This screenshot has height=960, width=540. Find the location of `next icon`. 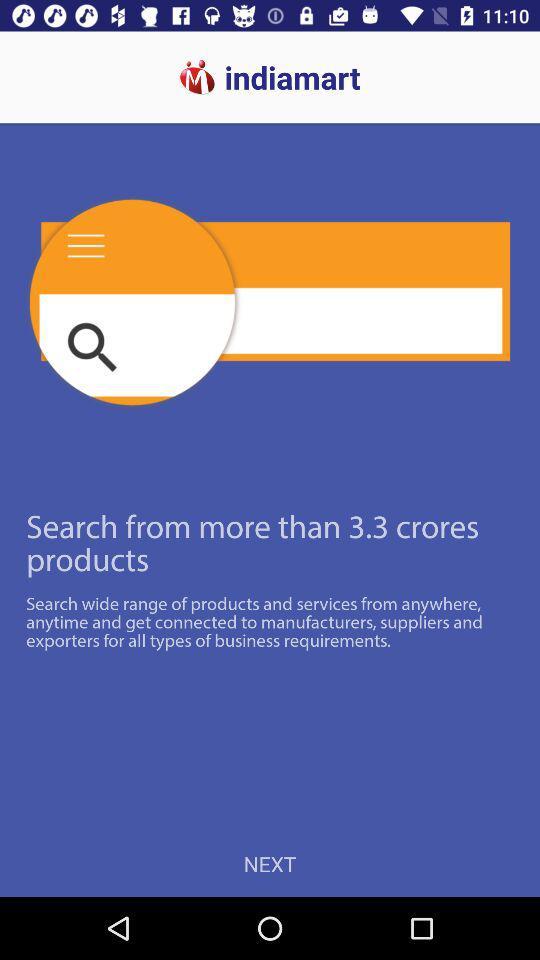

next icon is located at coordinates (270, 863).